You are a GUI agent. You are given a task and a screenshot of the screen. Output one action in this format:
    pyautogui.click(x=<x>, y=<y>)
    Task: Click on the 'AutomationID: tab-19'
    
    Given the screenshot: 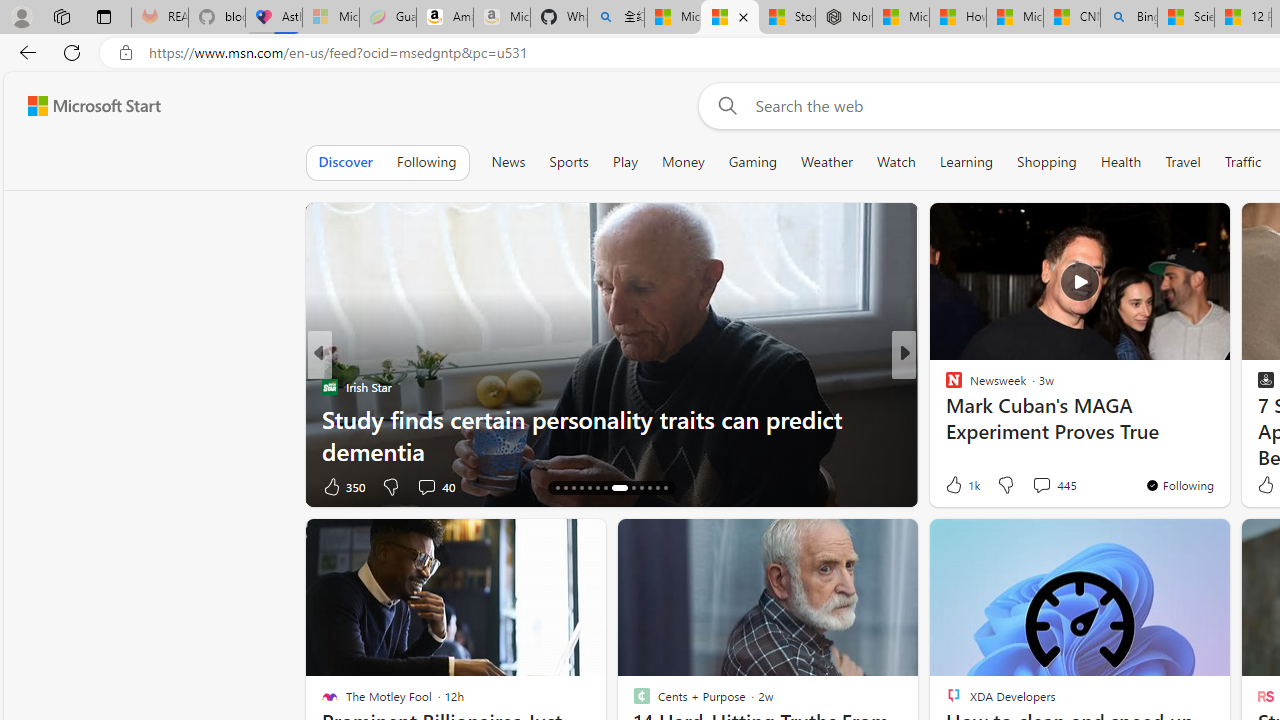 What is the action you would take?
    pyautogui.click(x=596, y=488)
    